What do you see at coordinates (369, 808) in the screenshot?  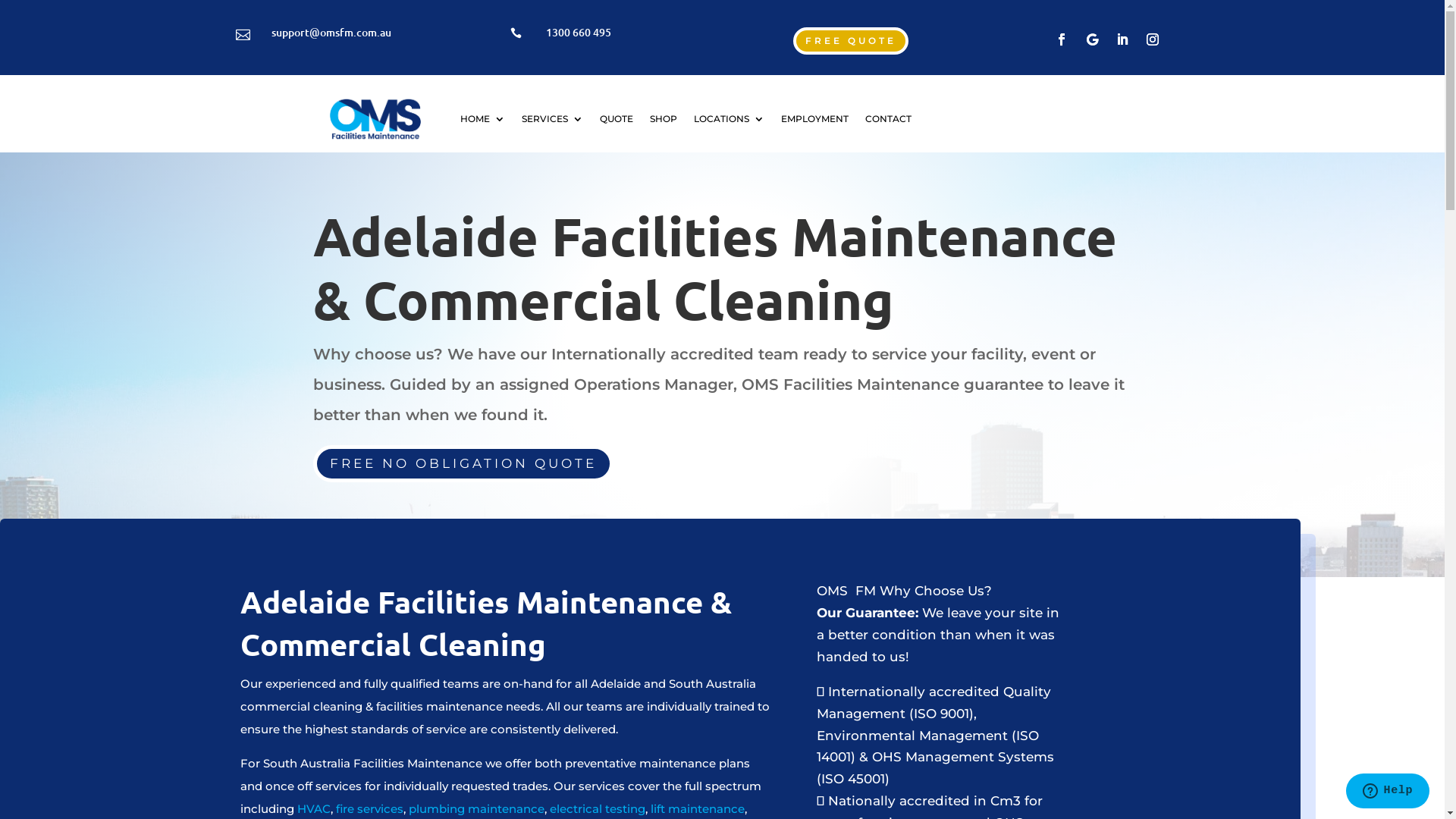 I see `'fire services'` at bounding box center [369, 808].